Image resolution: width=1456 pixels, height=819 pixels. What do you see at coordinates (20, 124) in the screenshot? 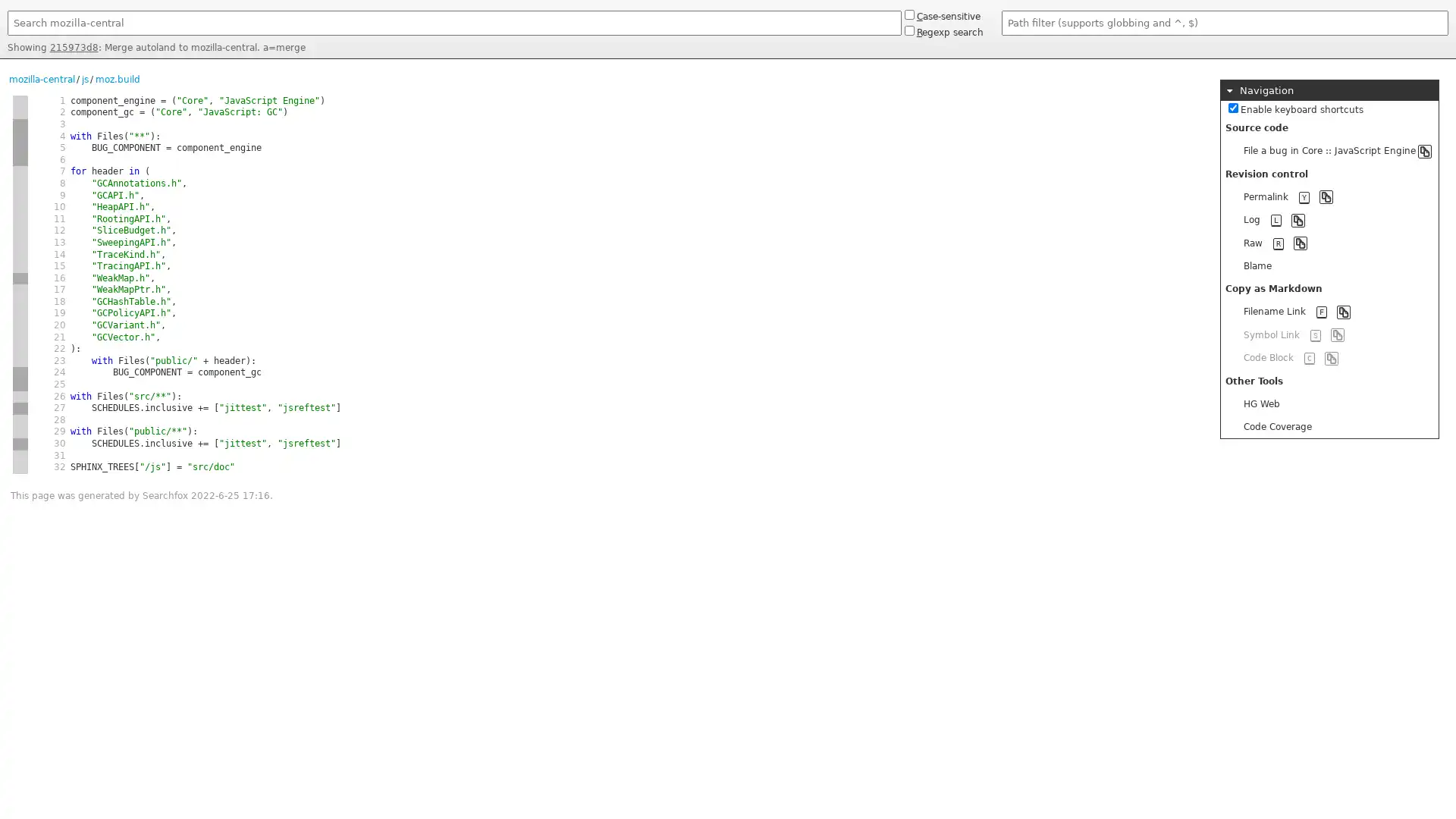
I see `new hash 2` at bounding box center [20, 124].